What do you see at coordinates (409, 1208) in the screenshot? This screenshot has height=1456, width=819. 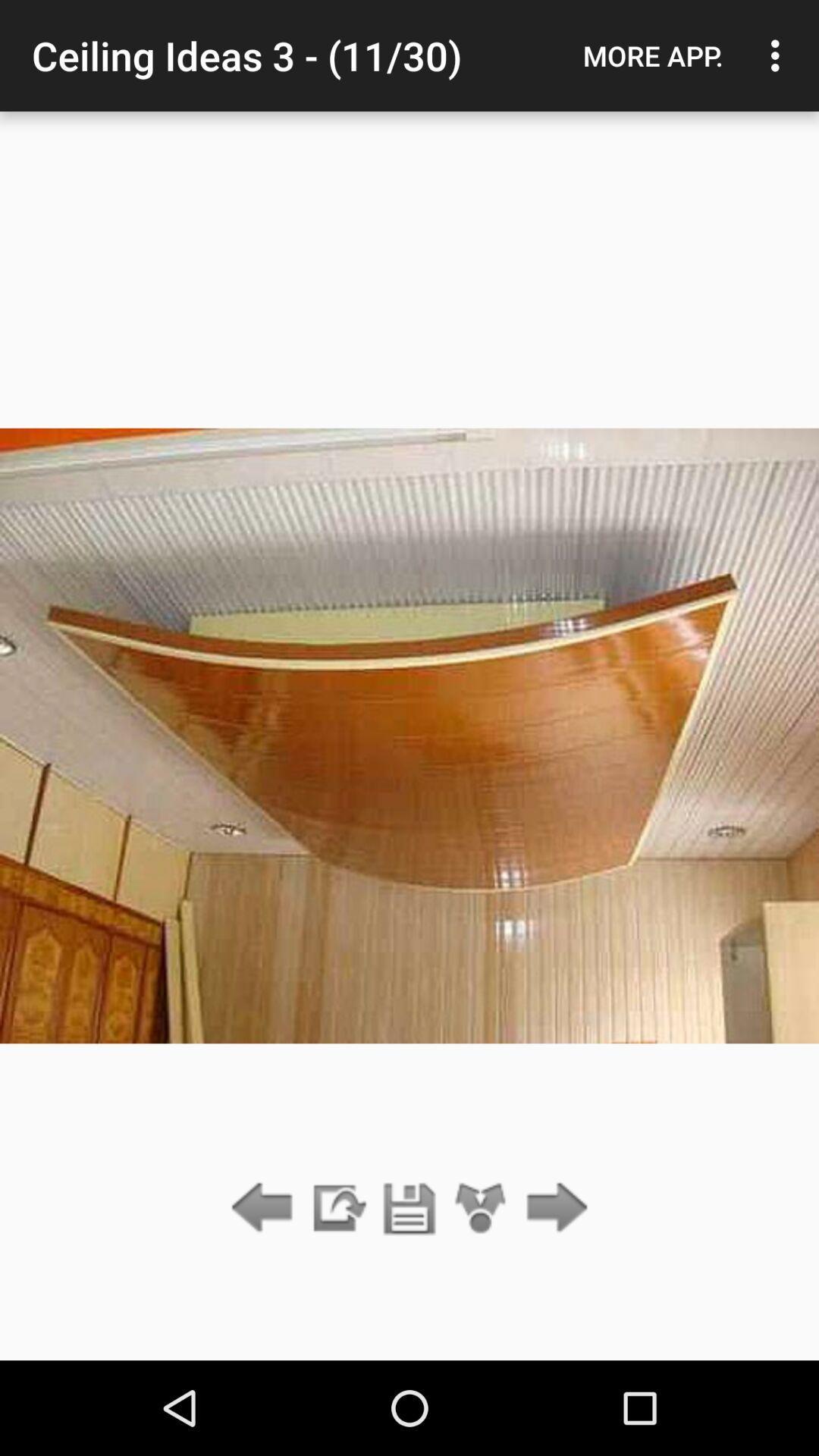 I see `picture` at bounding box center [409, 1208].